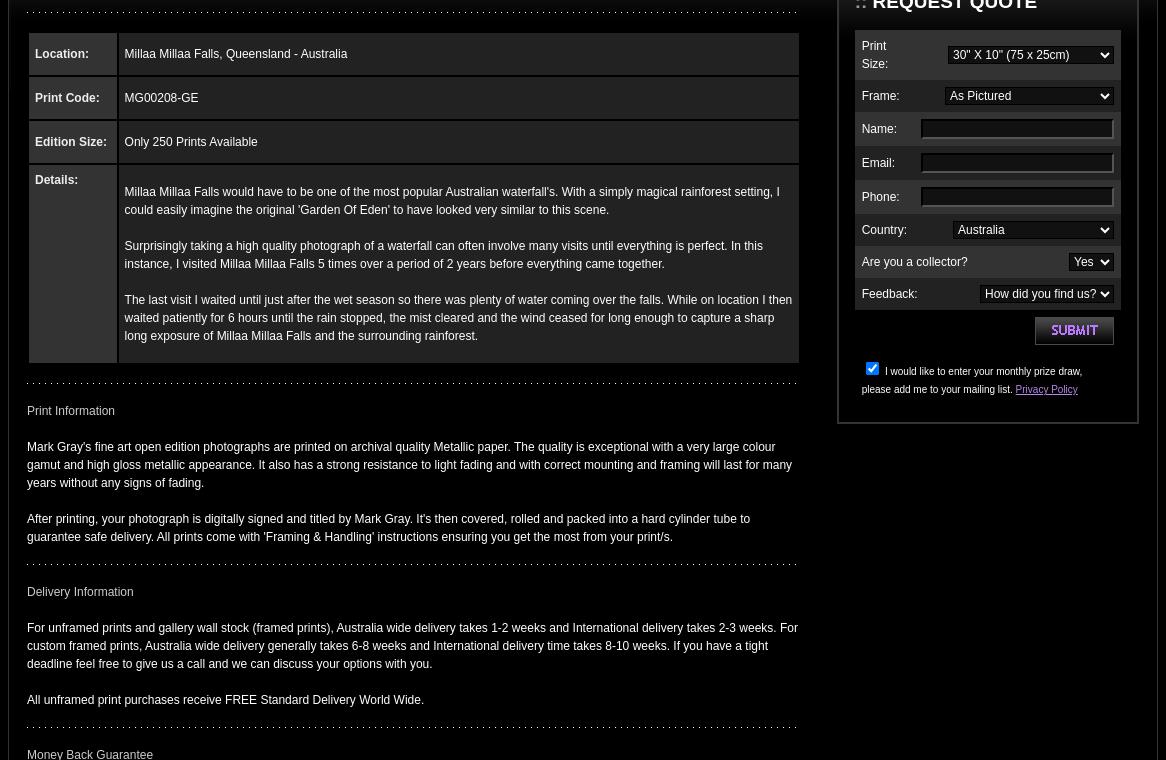  I want to click on 'Name:', so click(860, 128).